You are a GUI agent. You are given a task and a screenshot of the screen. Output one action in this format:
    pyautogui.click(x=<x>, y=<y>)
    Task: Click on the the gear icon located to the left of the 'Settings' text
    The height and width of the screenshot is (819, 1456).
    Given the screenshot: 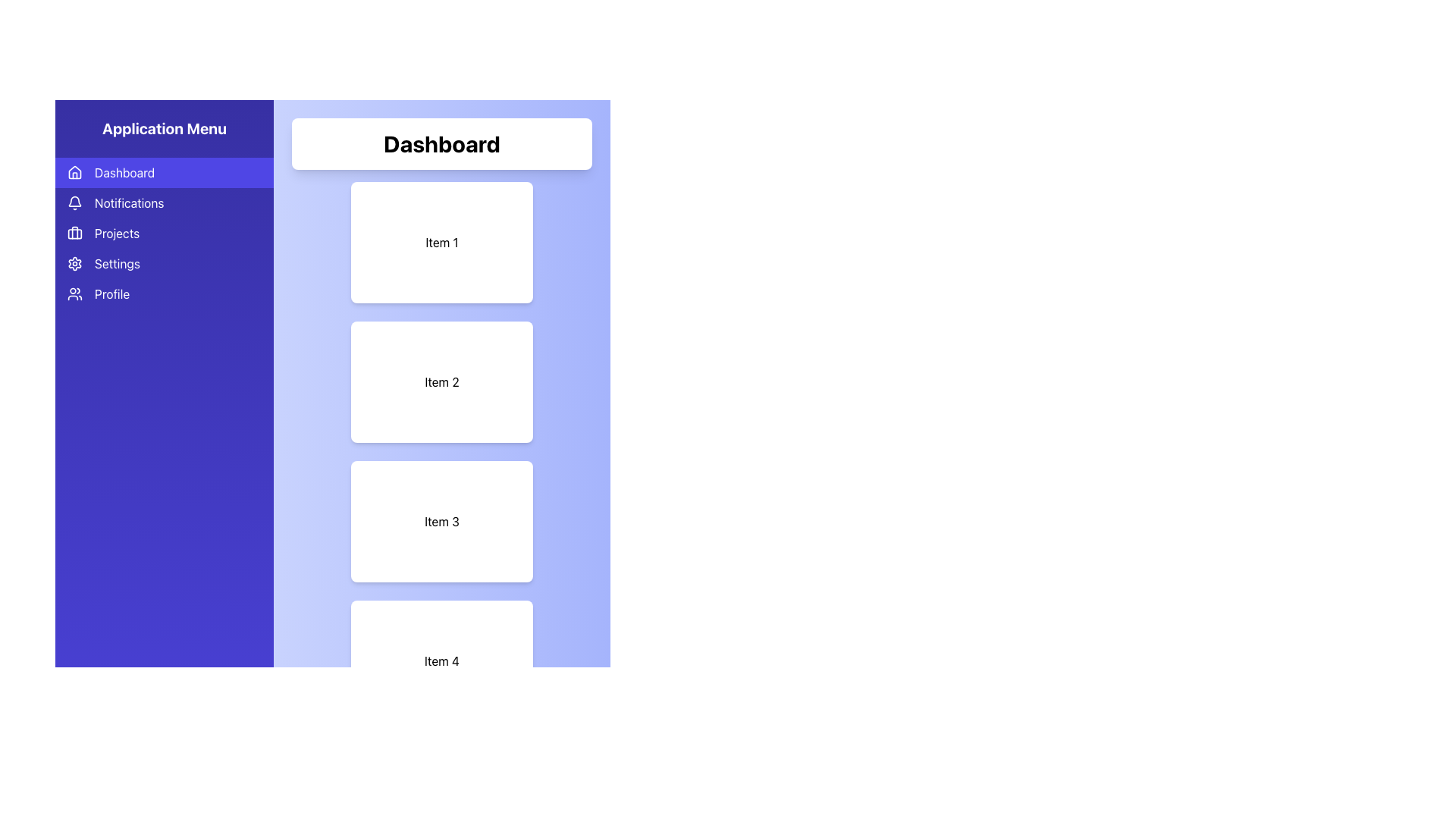 What is the action you would take?
    pyautogui.click(x=74, y=262)
    